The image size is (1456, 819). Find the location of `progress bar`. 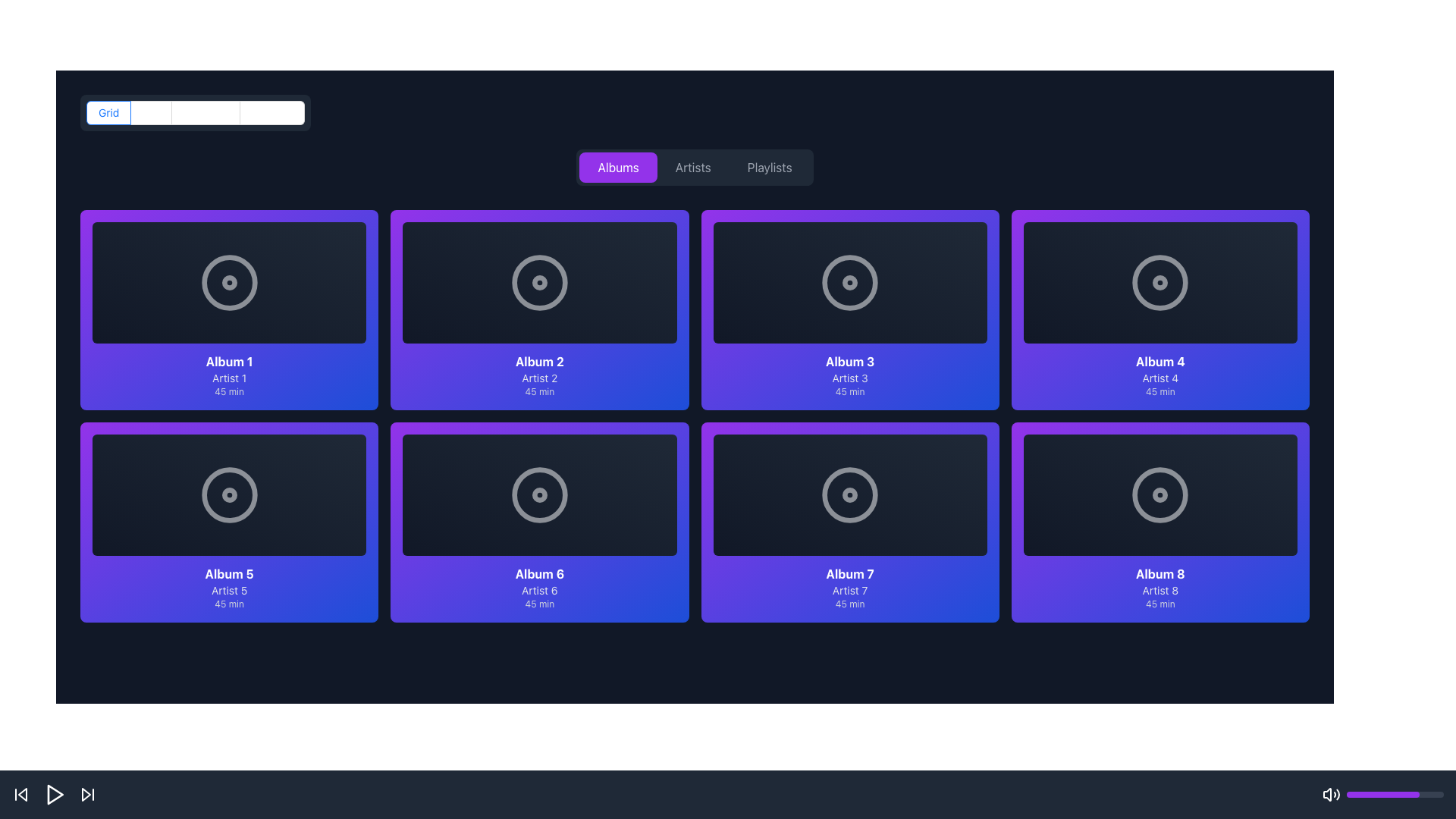

progress bar is located at coordinates (1393, 794).